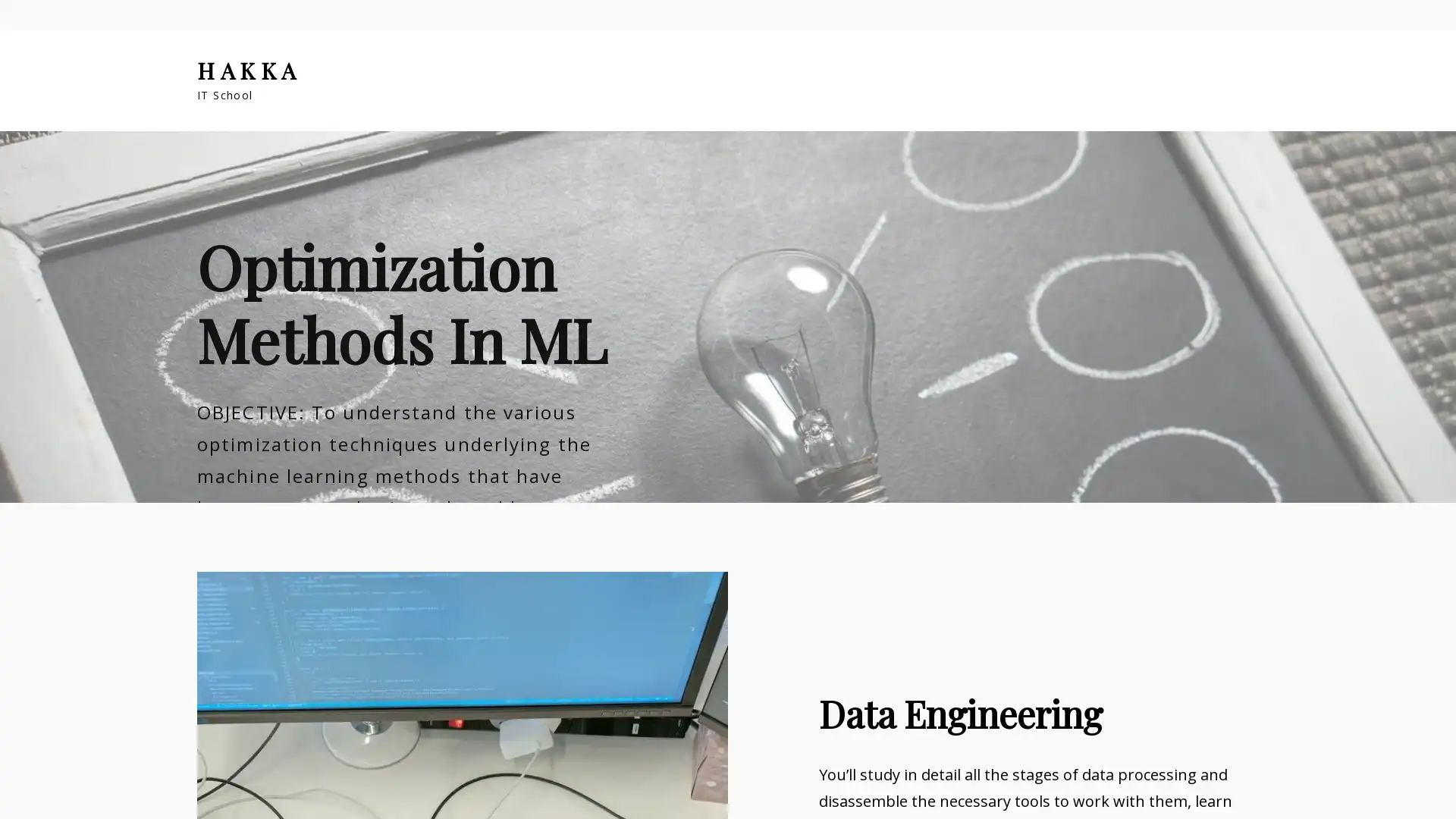  I want to click on Previous, so click(24, 430).